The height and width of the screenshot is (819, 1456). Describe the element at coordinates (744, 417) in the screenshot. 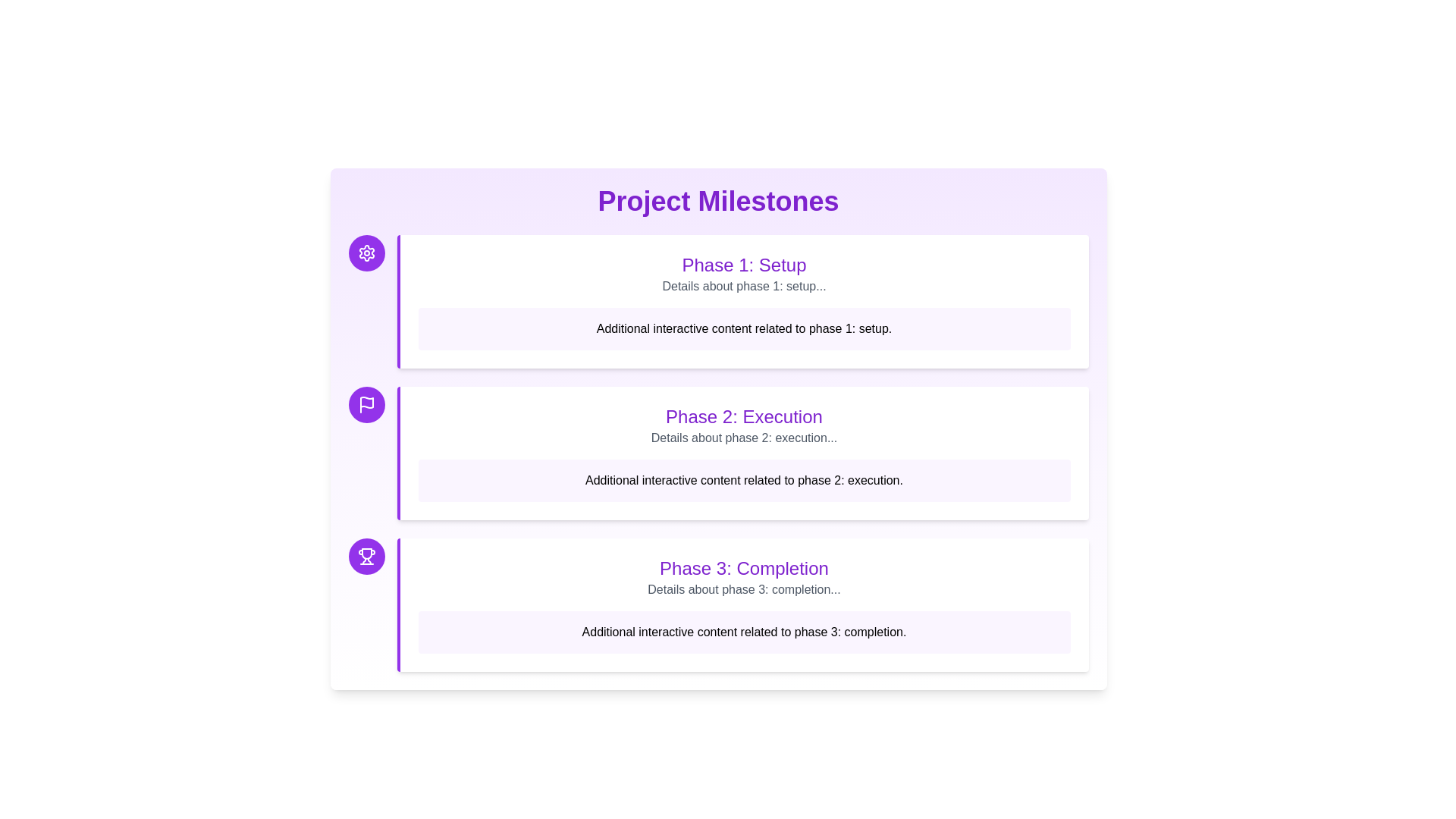

I see `text content of the heading 'Phase 2: Execution' styled with a large font in purple, located in the second milestone card` at that location.